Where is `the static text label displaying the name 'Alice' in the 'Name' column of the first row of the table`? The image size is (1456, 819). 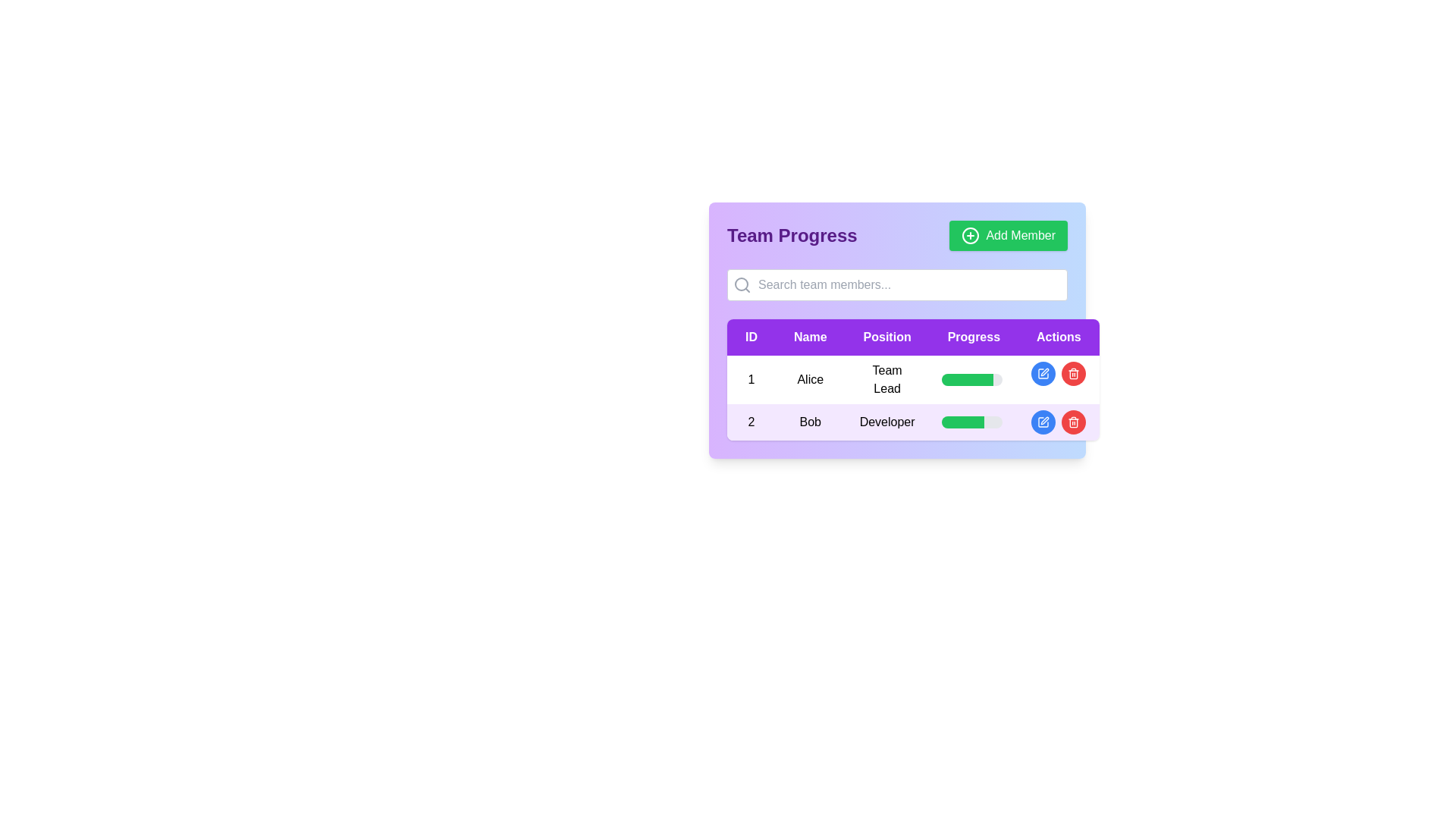 the static text label displaying the name 'Alice' in the 'Name' column of the first row of the table is located at coordinates (809, 379).